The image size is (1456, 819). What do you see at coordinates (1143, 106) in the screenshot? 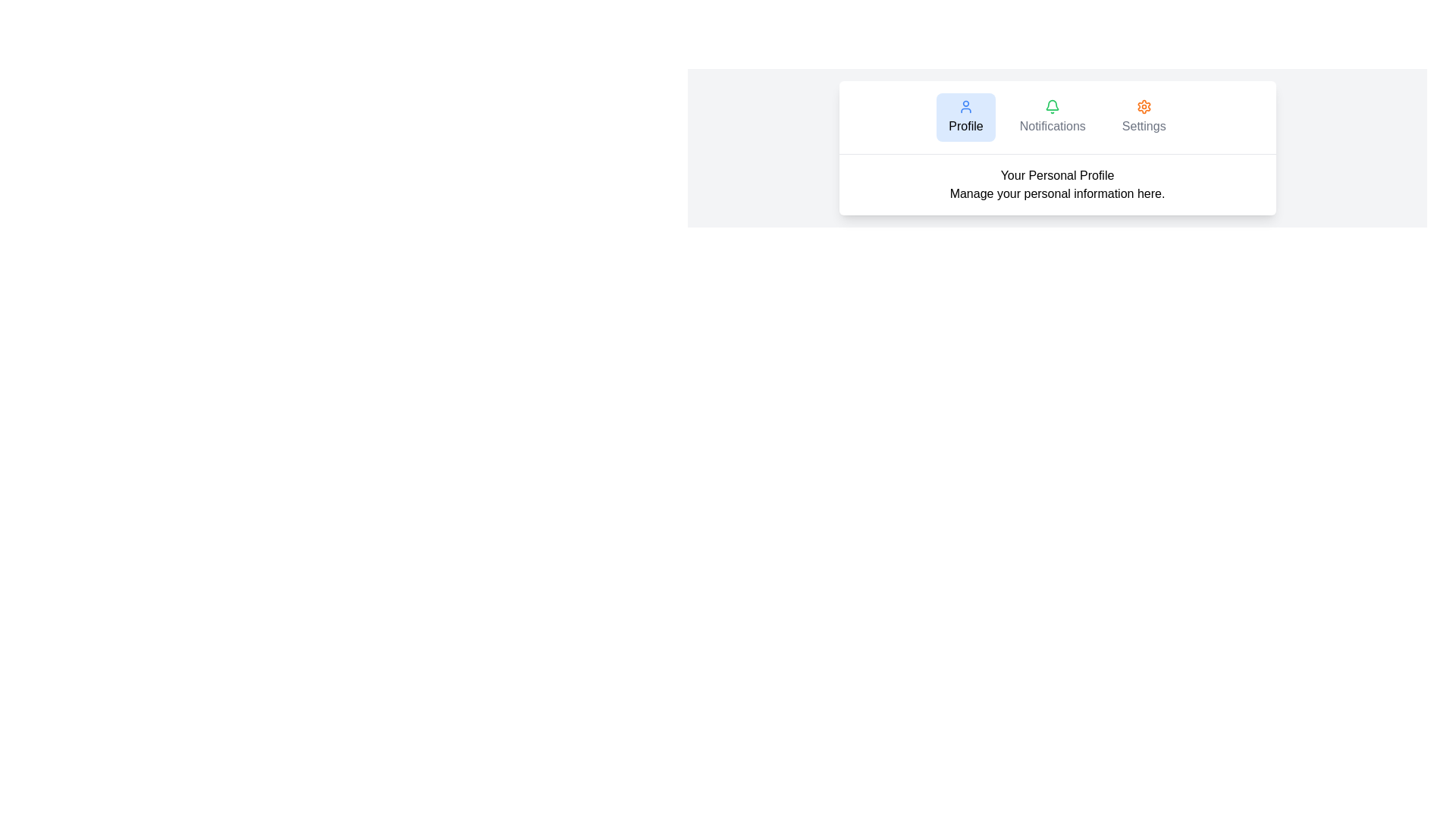
I see `the Settings icon to switch to the corresponding tab` at bounding box center [1143, 106].